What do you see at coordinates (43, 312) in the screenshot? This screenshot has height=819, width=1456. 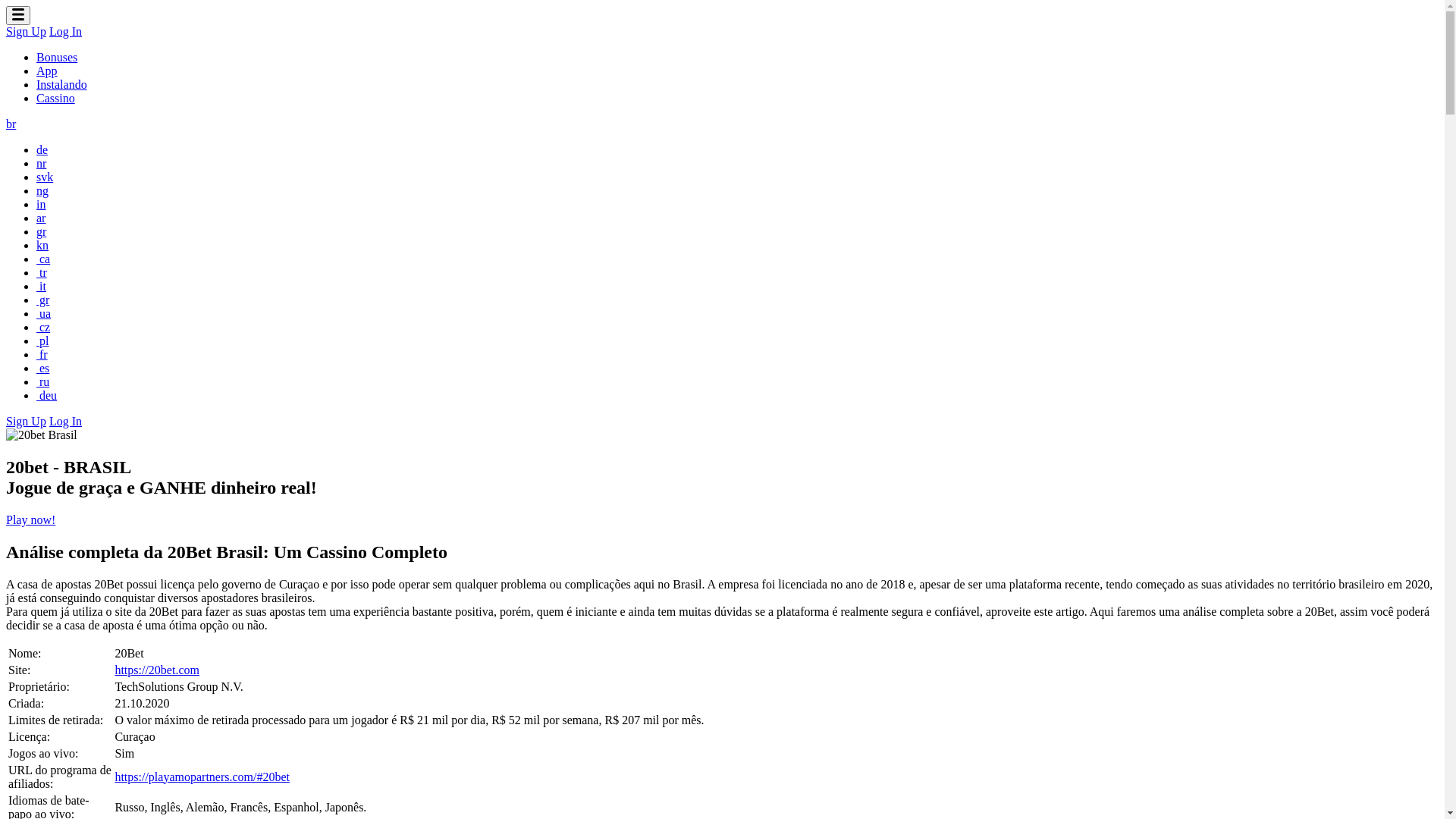 I see `'ua'` at bounding box center [43, 312].